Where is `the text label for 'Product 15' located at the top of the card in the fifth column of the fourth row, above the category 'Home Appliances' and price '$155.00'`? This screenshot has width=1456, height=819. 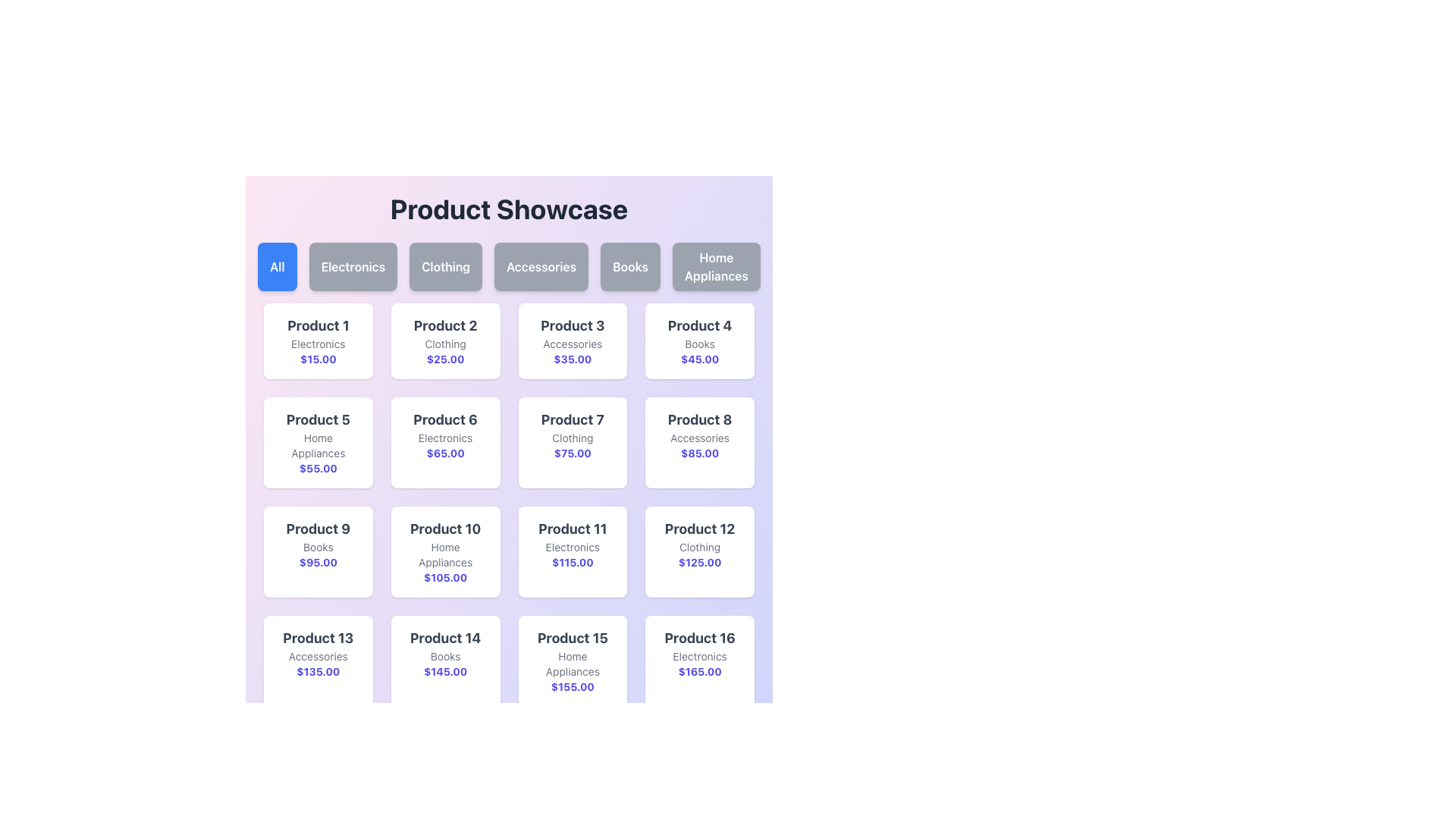 the text label for 'Product 15' located at the top of the card in the fifth column of the fourth row, above the category 'Home Appliances' and price '$155.00' is located at coordinates (572, 638).